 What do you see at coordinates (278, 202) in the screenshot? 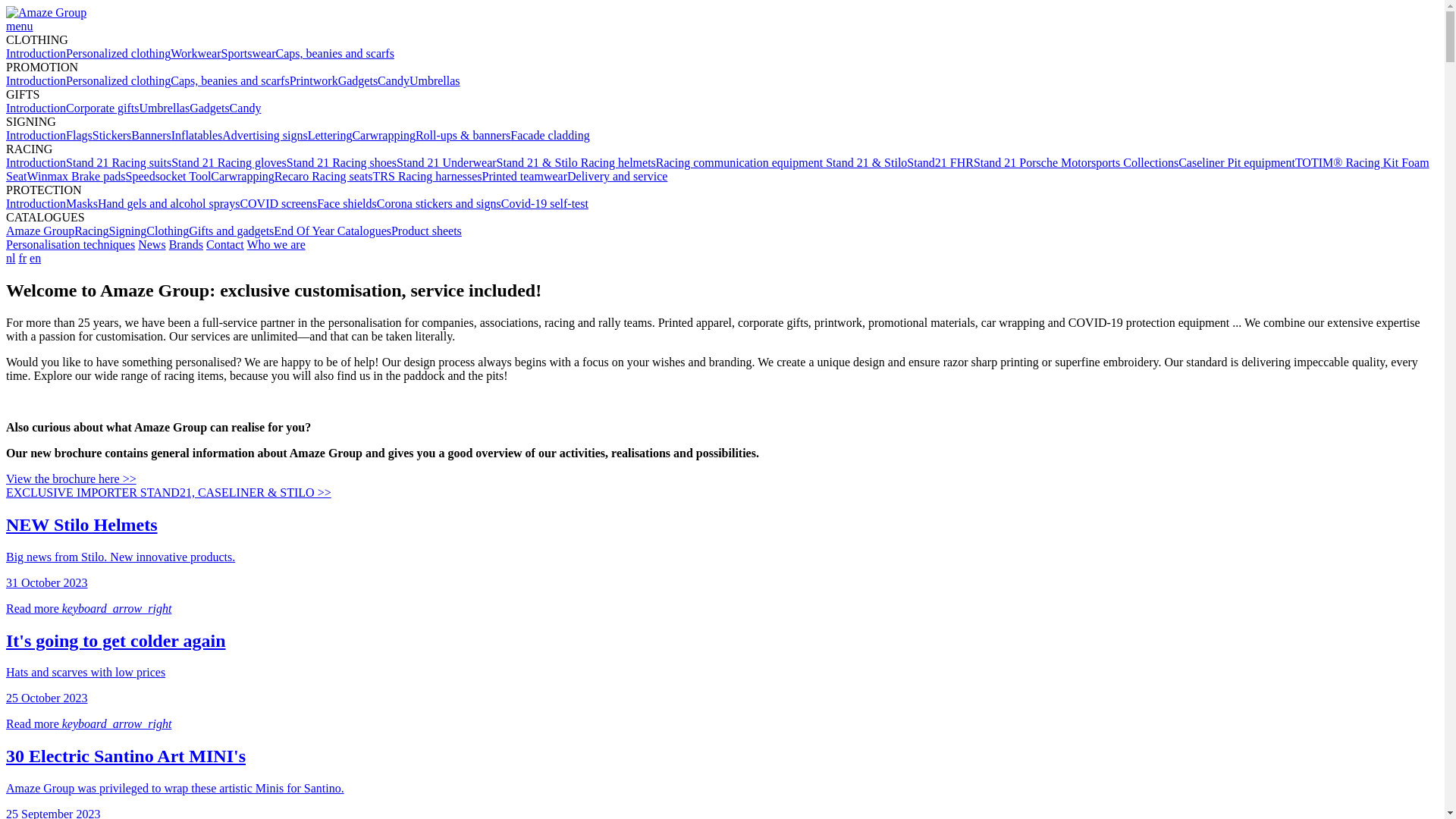
I see `'COVID screens'` at bounding box center [278, 202].